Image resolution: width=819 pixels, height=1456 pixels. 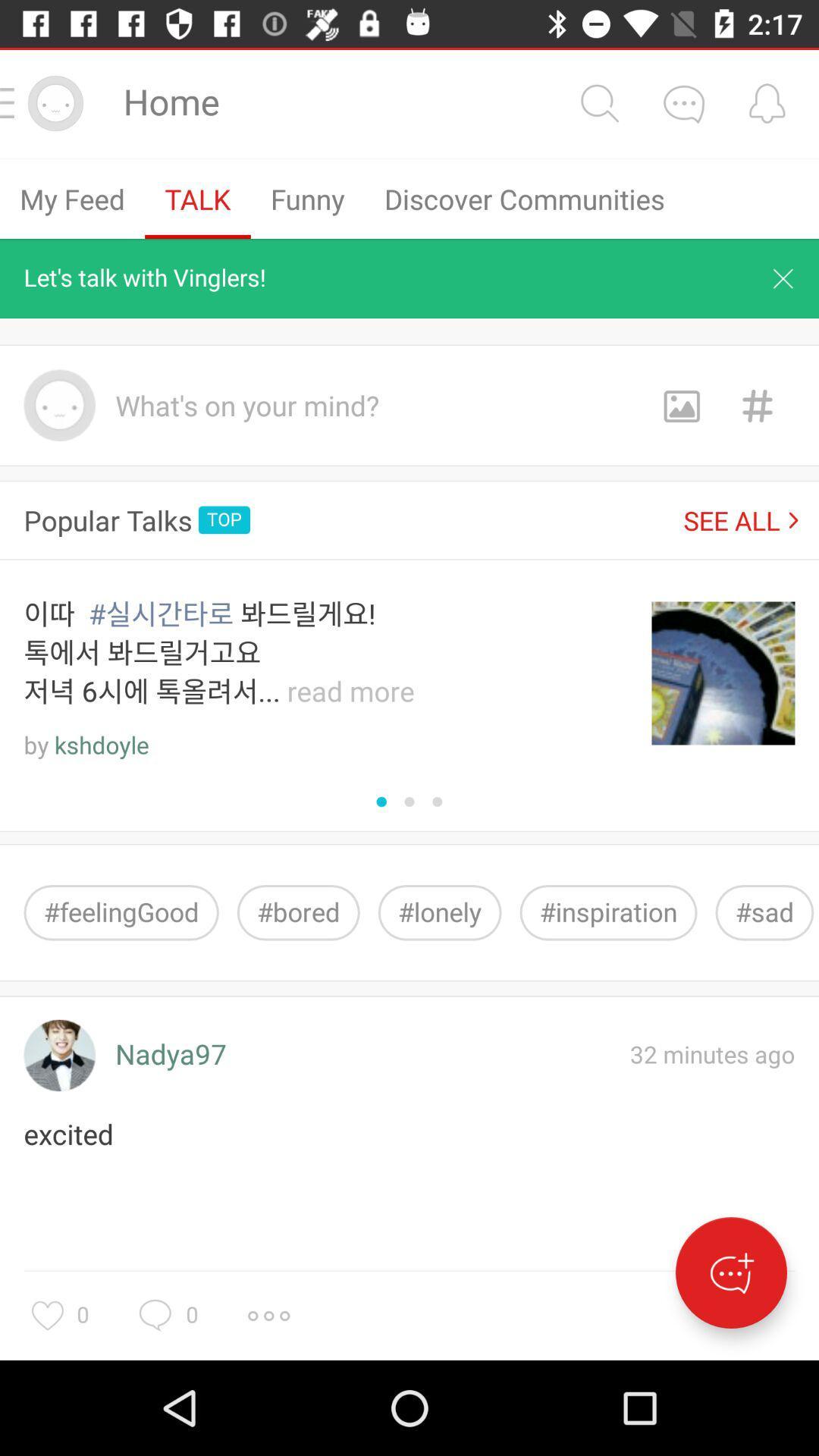 What do you see at coordinates (764, 912) in the screenshot?
I see `#sad icon` at bounding box center [764, 912].